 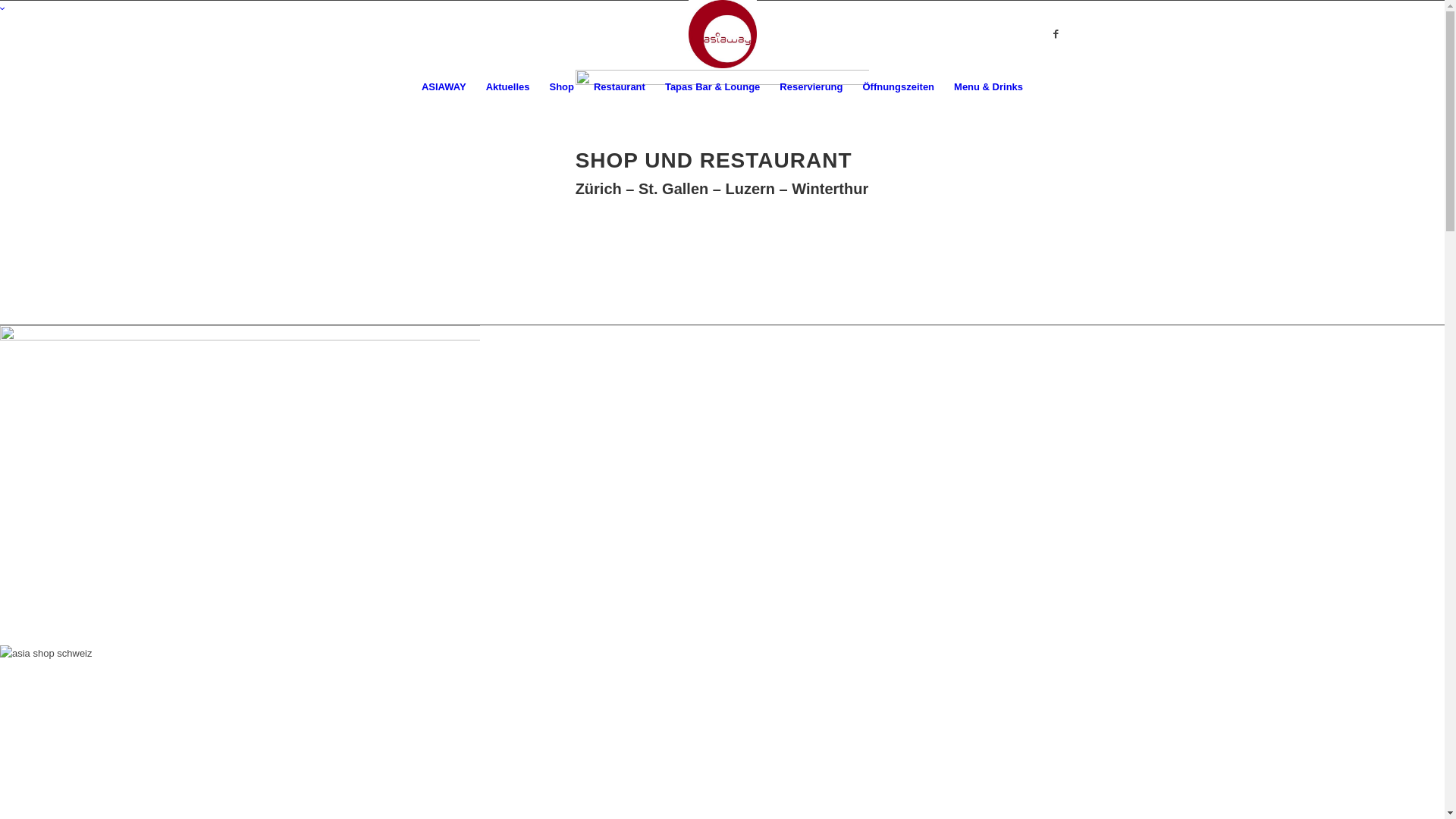 What do you see at coordinates (443, 87) in the screenshot?
I see `'ASIAWAY'` at bounding box center [443, 87].